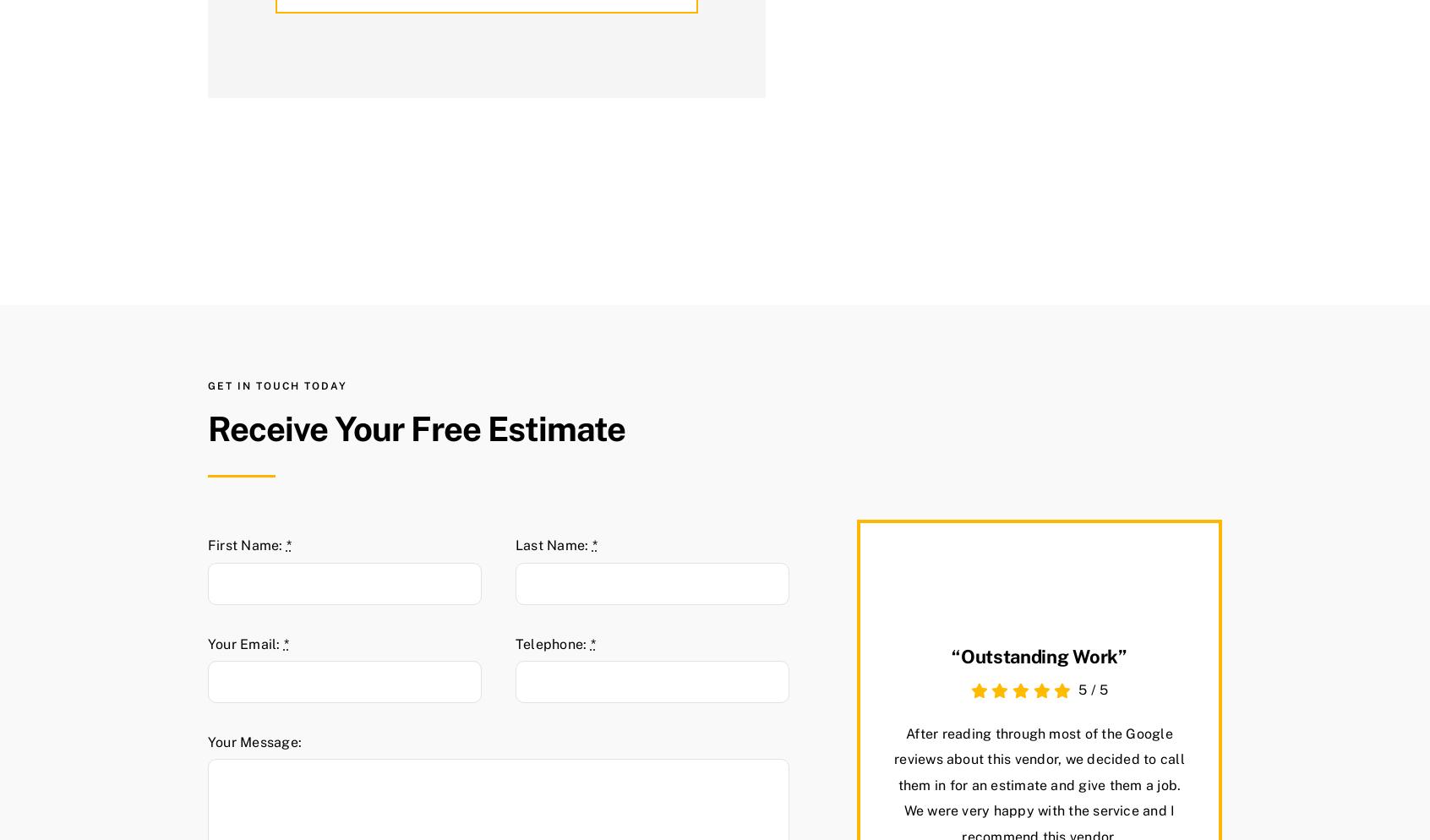 The height and width of the screenshot is (840, 1430). What do you see at coordinates (244, 642) in the screenshot?
I see `'Your Email:'` at bounding box center [244, 642].